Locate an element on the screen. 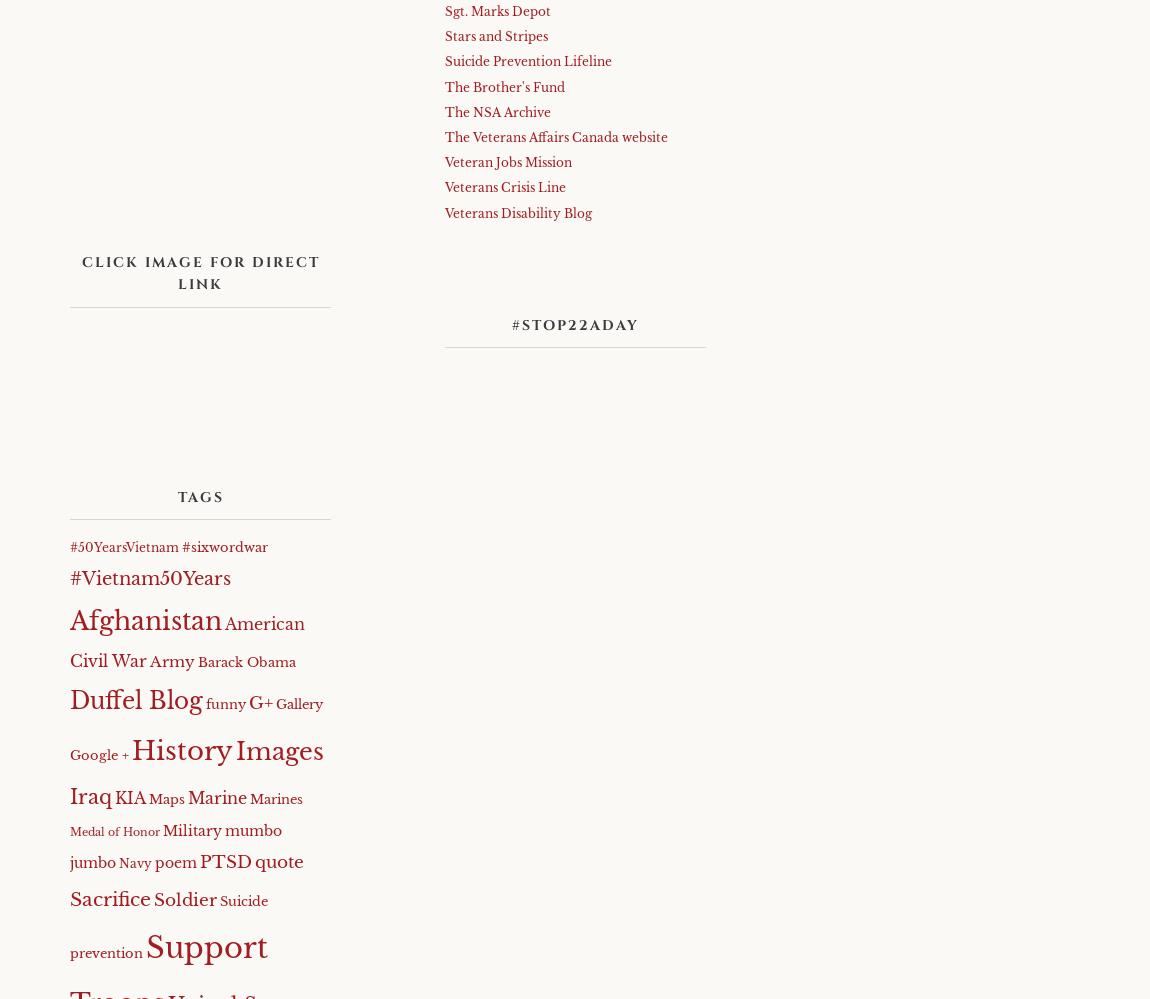 Image resolution: width=1150 pixels, height=999 pixels. 'Maps' is located at coordinates (165, 799).